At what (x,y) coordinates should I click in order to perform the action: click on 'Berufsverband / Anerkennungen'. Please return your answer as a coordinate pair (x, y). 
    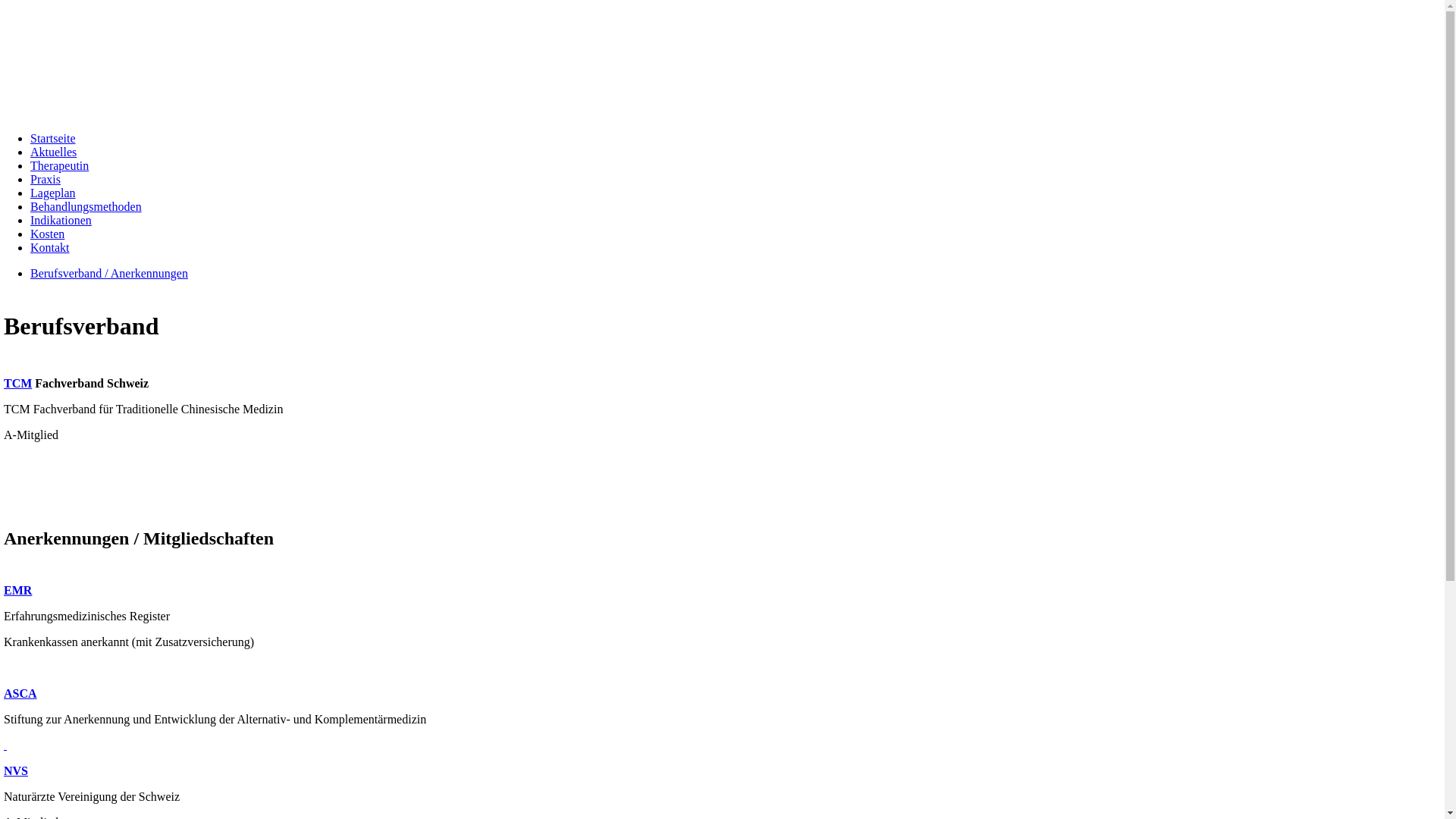
    Looking at the image, I should click on (108, 273).